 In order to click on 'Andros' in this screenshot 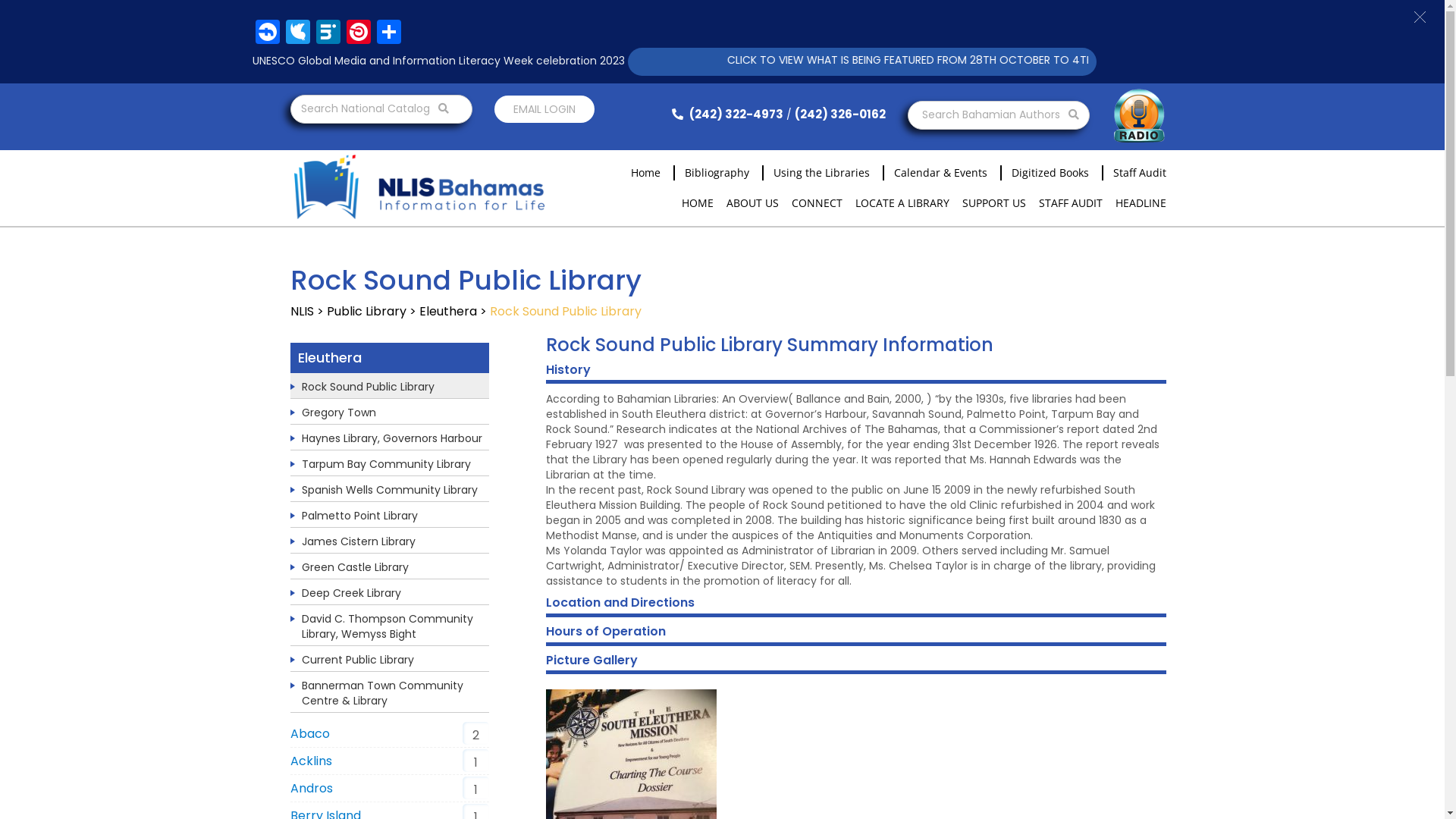, I will do `click(309, 787)`.